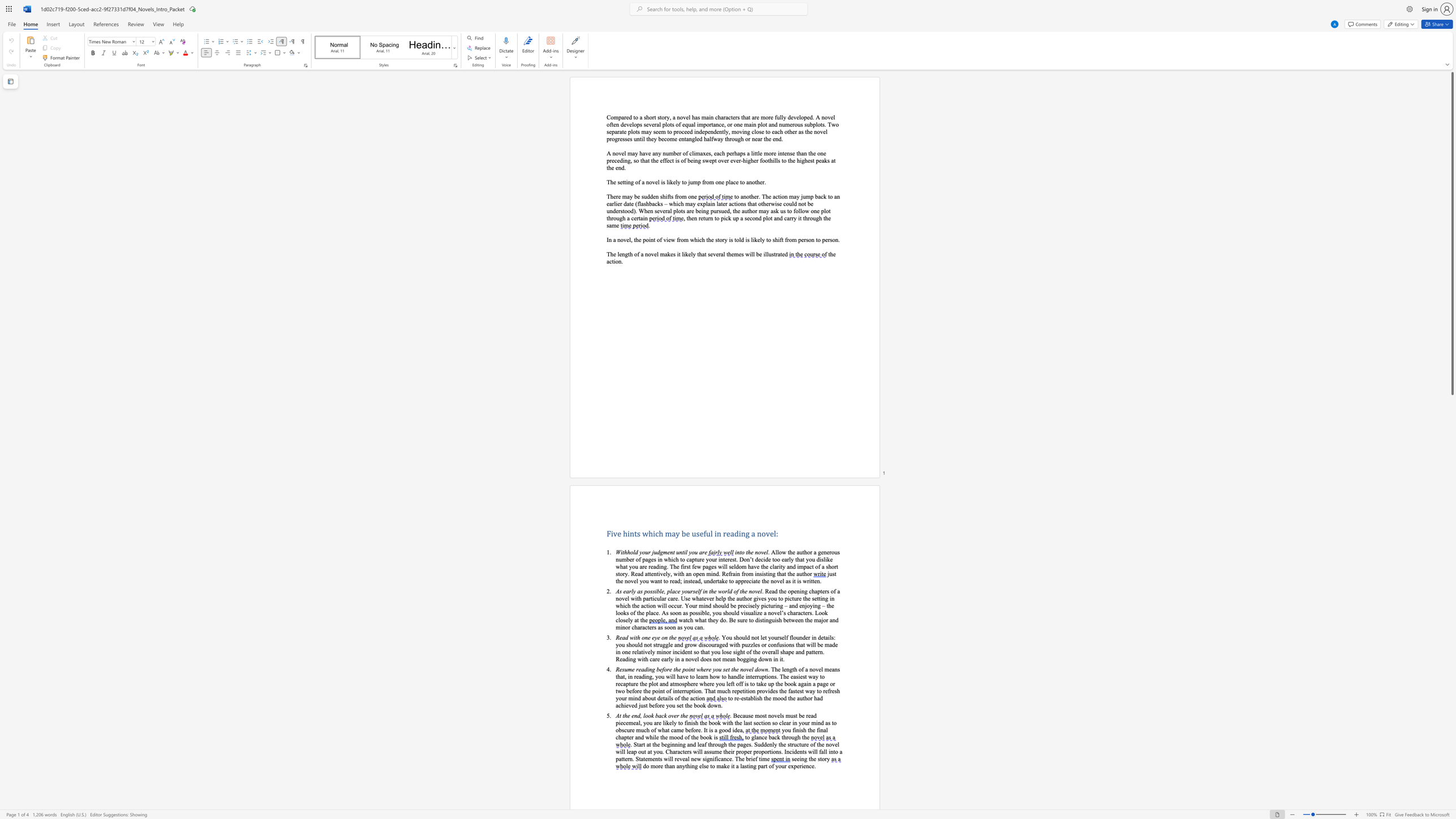  What do you see at coordinates (805, 552) in the screenshot?
I see `the 2th character "h" in the text` at bounding box center [805, 552].